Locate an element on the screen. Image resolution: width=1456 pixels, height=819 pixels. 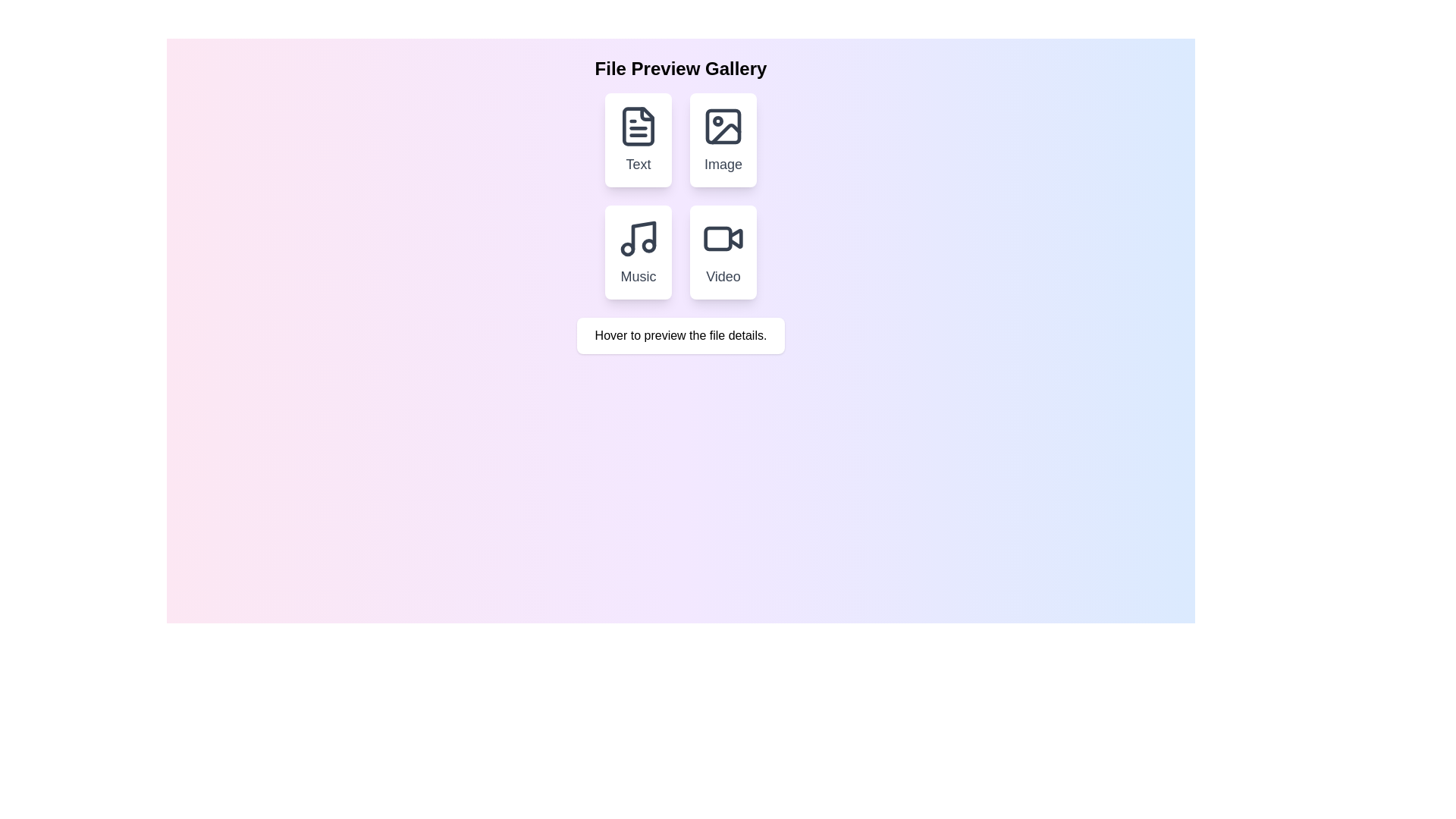
the video play icon located within the 'Video' section of the 2x2 grid layout to trigger actions related to video content is located at coordinates (735, 237).